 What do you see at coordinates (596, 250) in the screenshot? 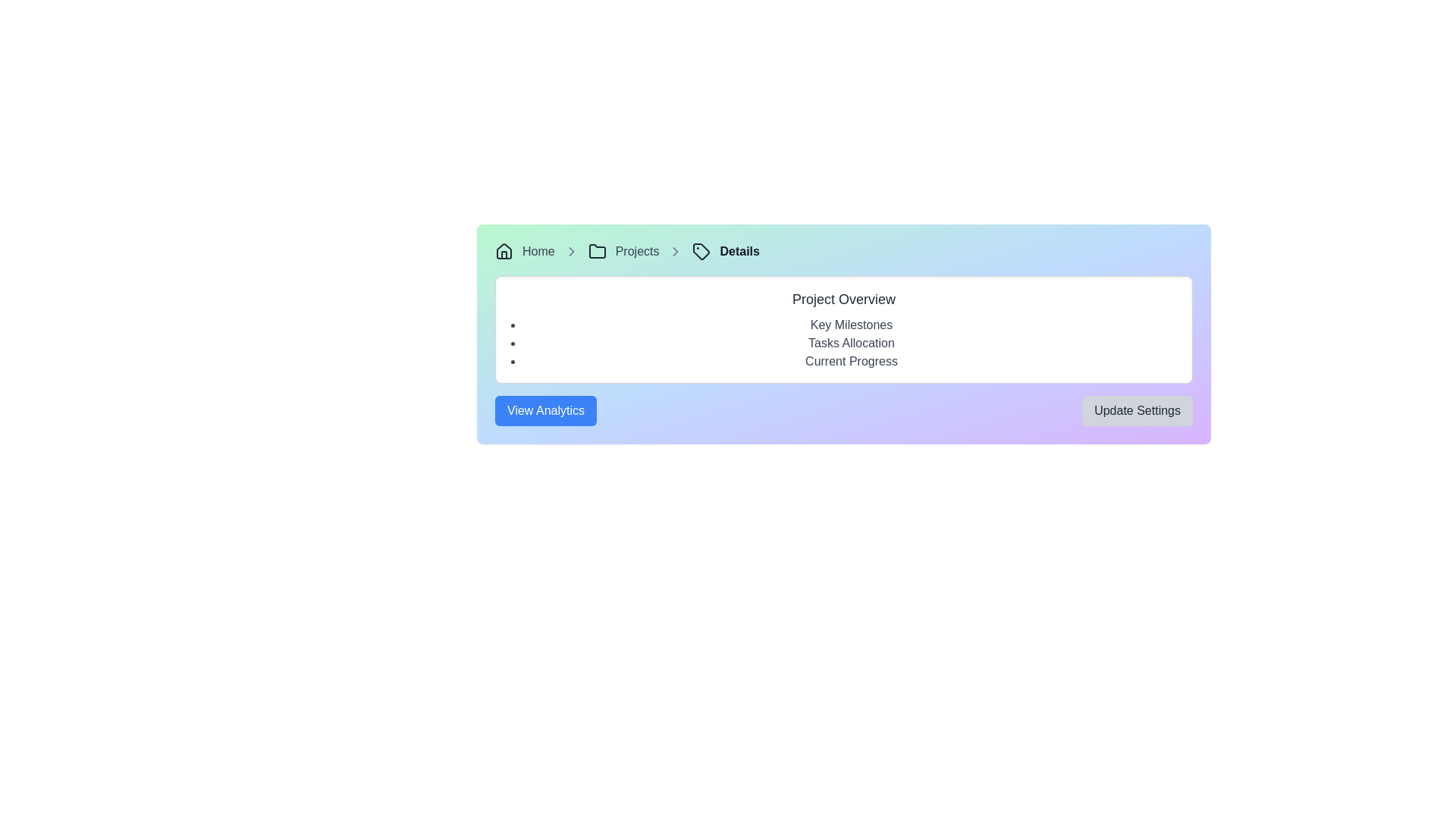
I see `the small folder icon located in the navigation breadcrumb bar, positioned between the 'Home' icon and the text label 'Projects'` at bounding box center [596, 250].